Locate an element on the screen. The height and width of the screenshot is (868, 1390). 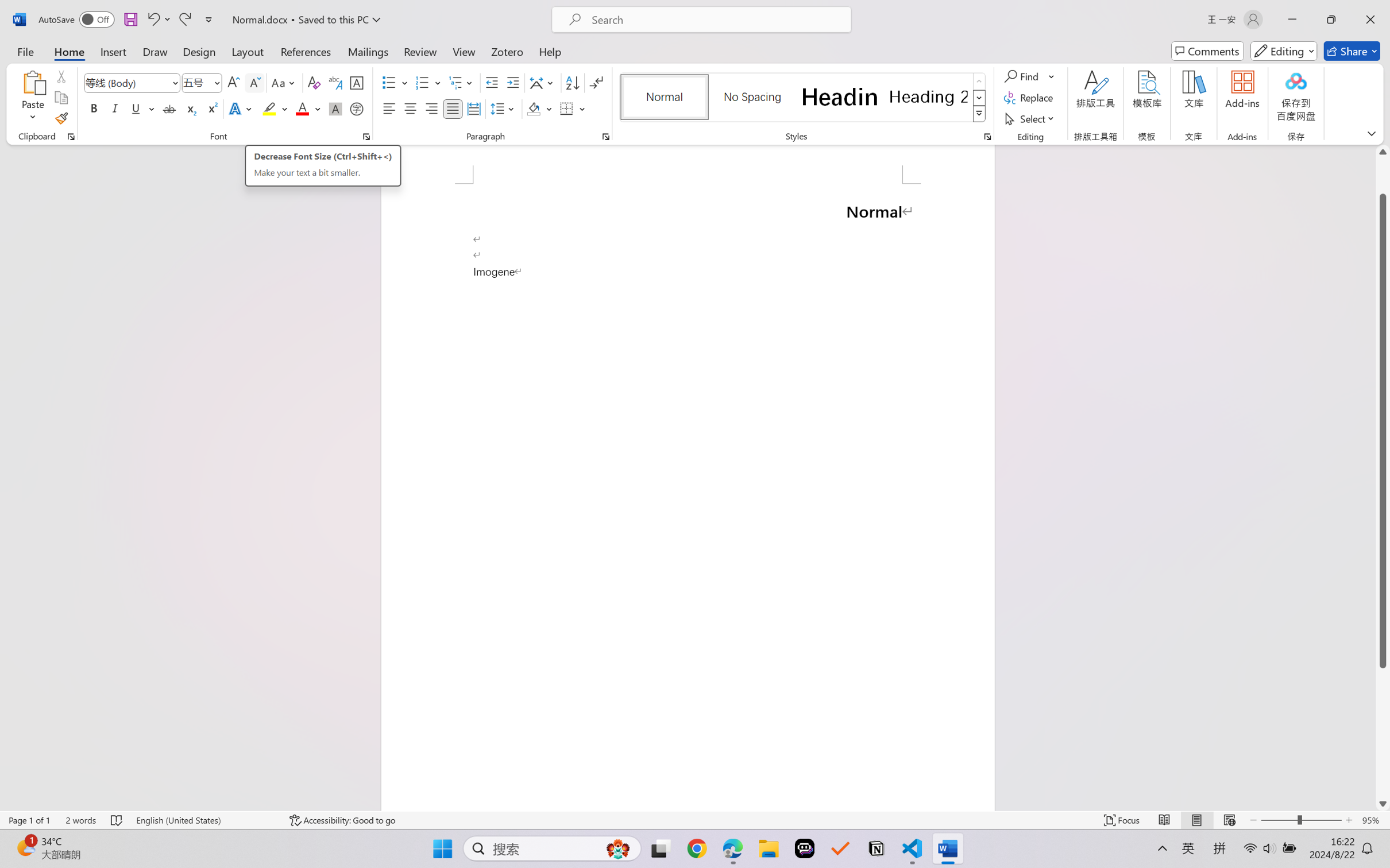
'Center' is located at coordinates (410, 108).